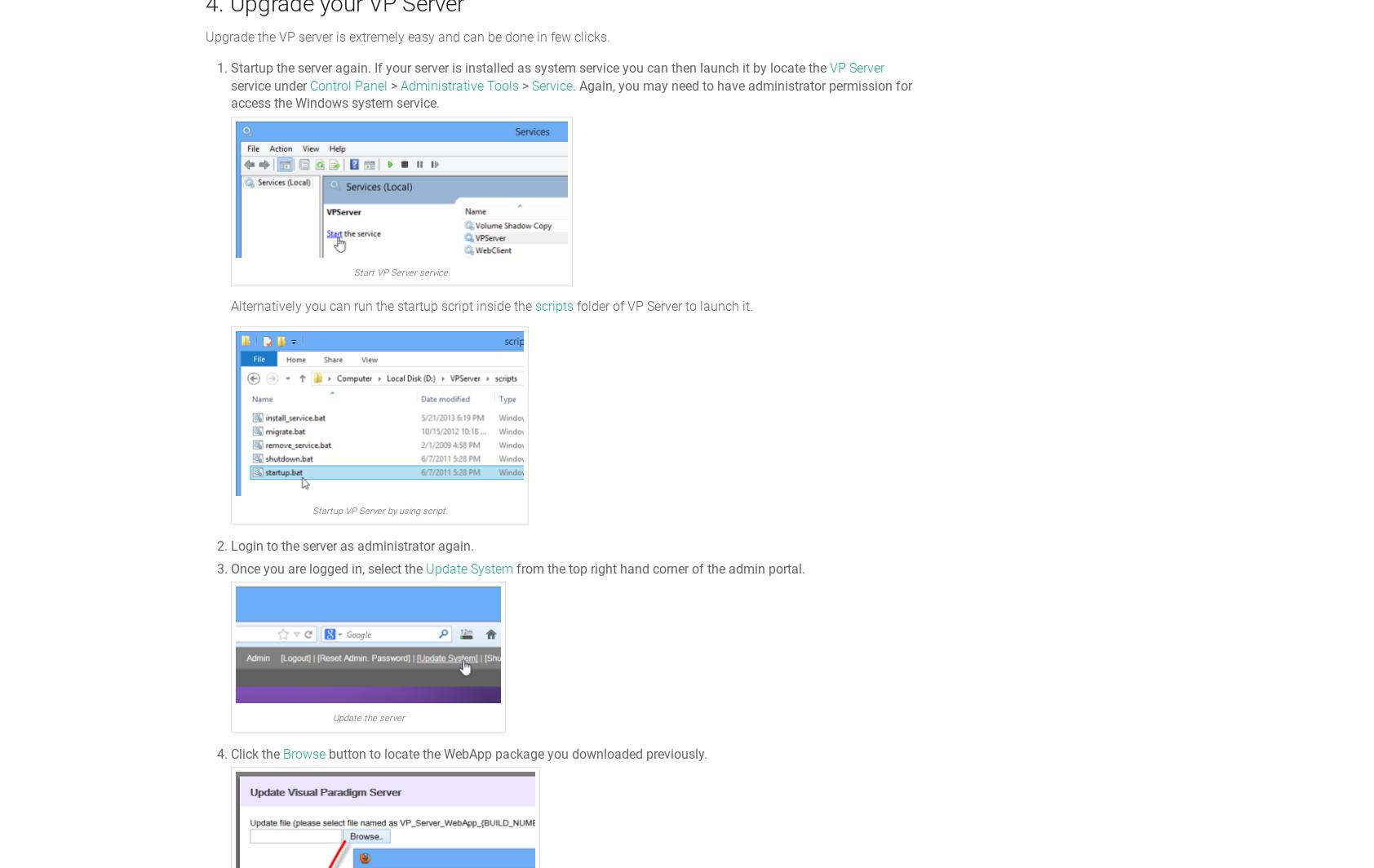 The width and height of the screenshot is (1374, 868). Describe the element at coordinates (406, 37) in the screenshot. I see `'Upgrade the VP server is extremely easy and can be done in few clicks.'` at that location.